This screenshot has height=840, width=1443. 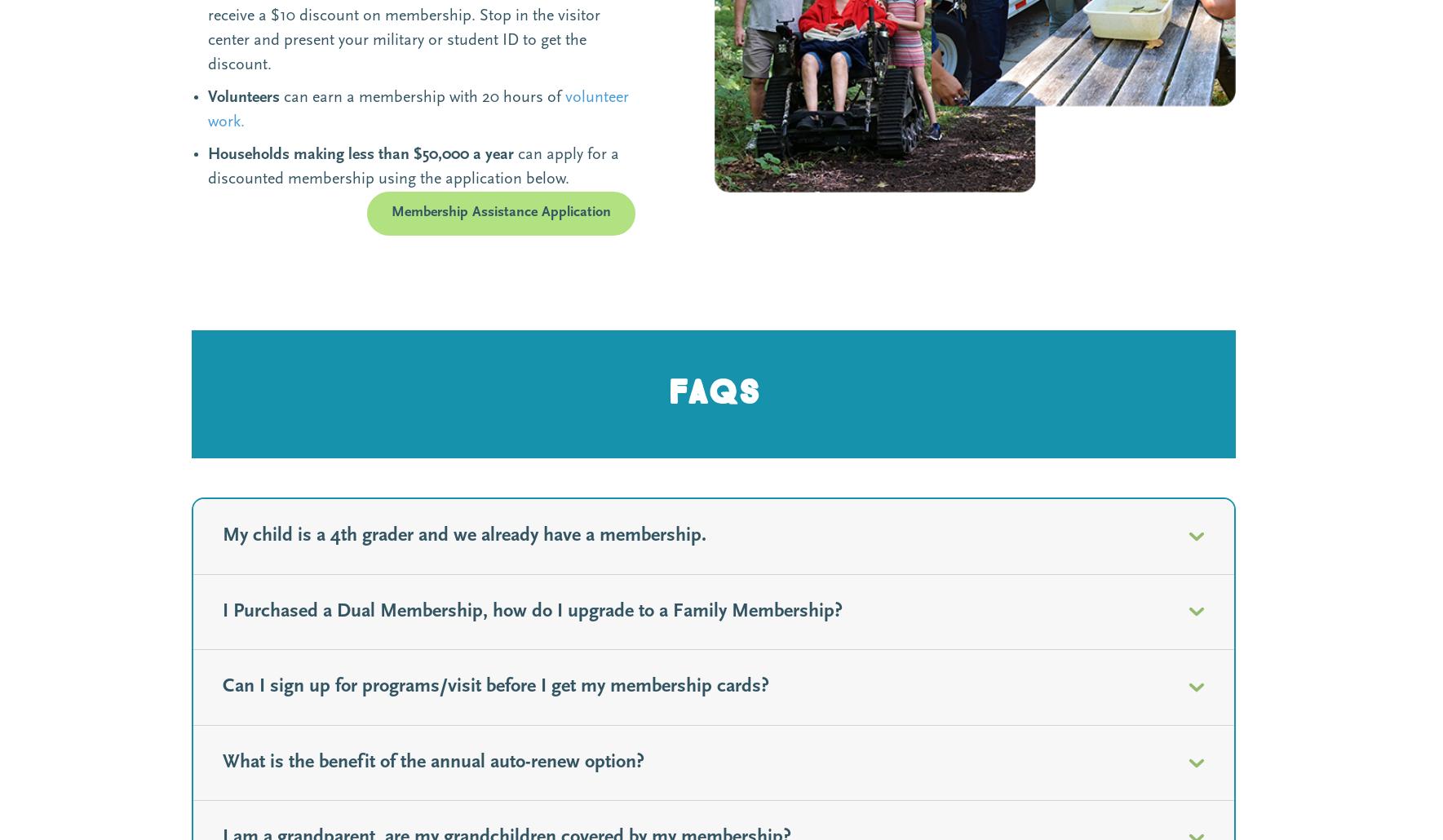 I want to click on 'What is the benefit of the annual auto-renew option?', so click(x=432, y=762).